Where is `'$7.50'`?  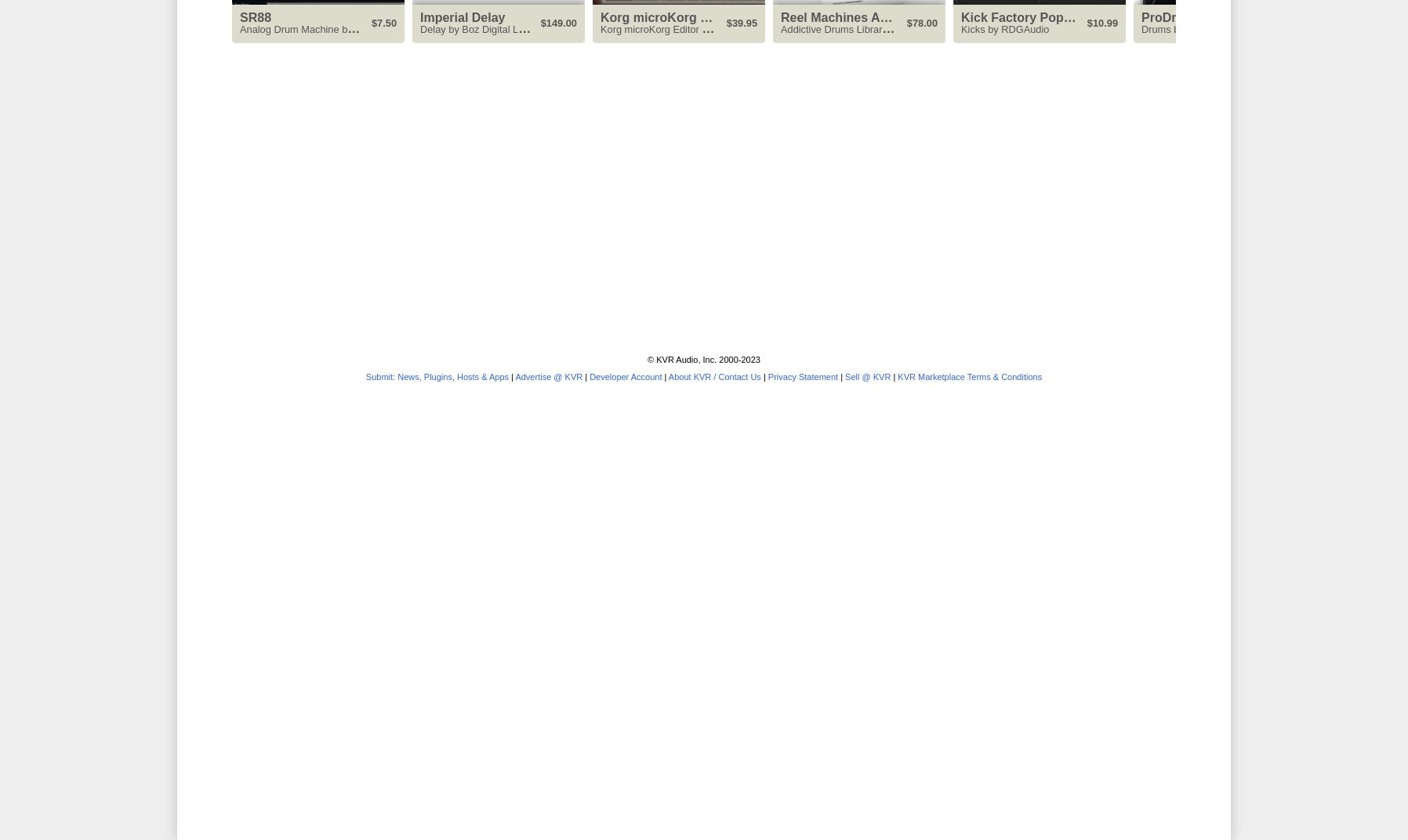
'$7.50' is located at coordinates (383, 22).